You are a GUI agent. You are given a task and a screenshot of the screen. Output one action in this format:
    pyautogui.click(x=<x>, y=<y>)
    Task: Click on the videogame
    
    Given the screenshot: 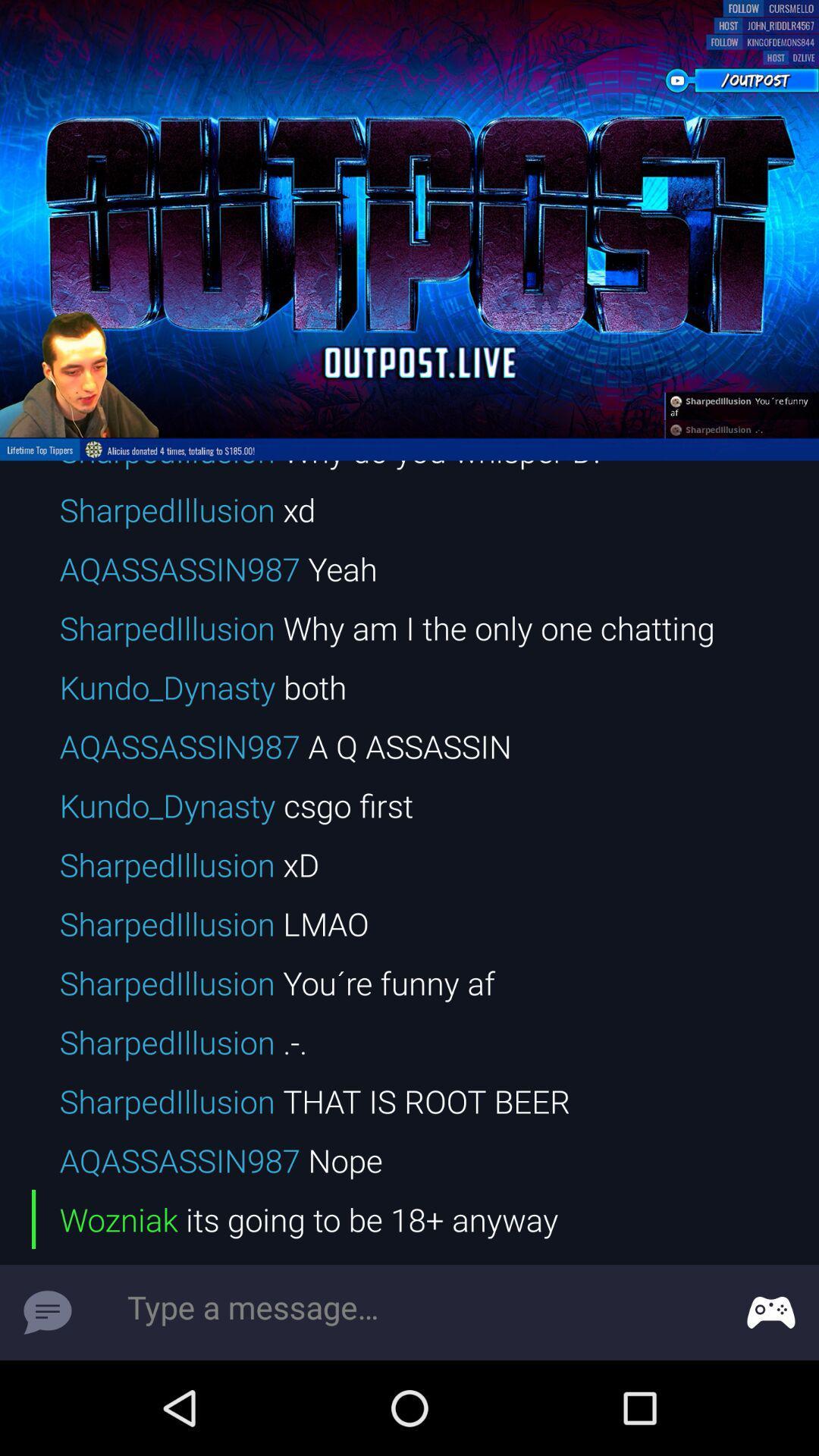 What is the action you would take?
    pyautogui.click(x=771, y=1312)
    